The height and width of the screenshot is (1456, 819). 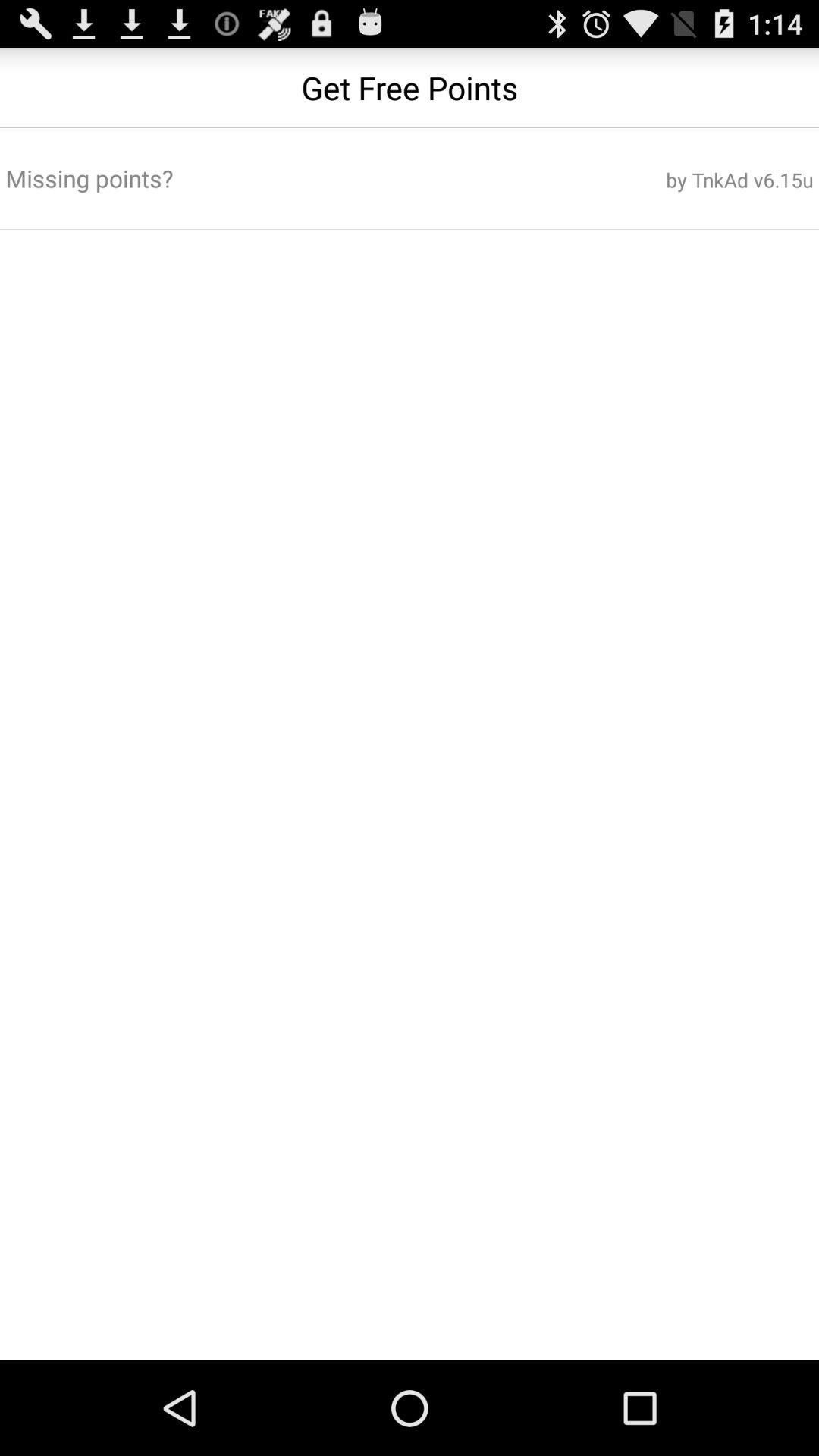 What do you see at coordinates (676, 180) in the screenshot?
I see `the button next to the missing points? icon` at bounding box center [676, 180].